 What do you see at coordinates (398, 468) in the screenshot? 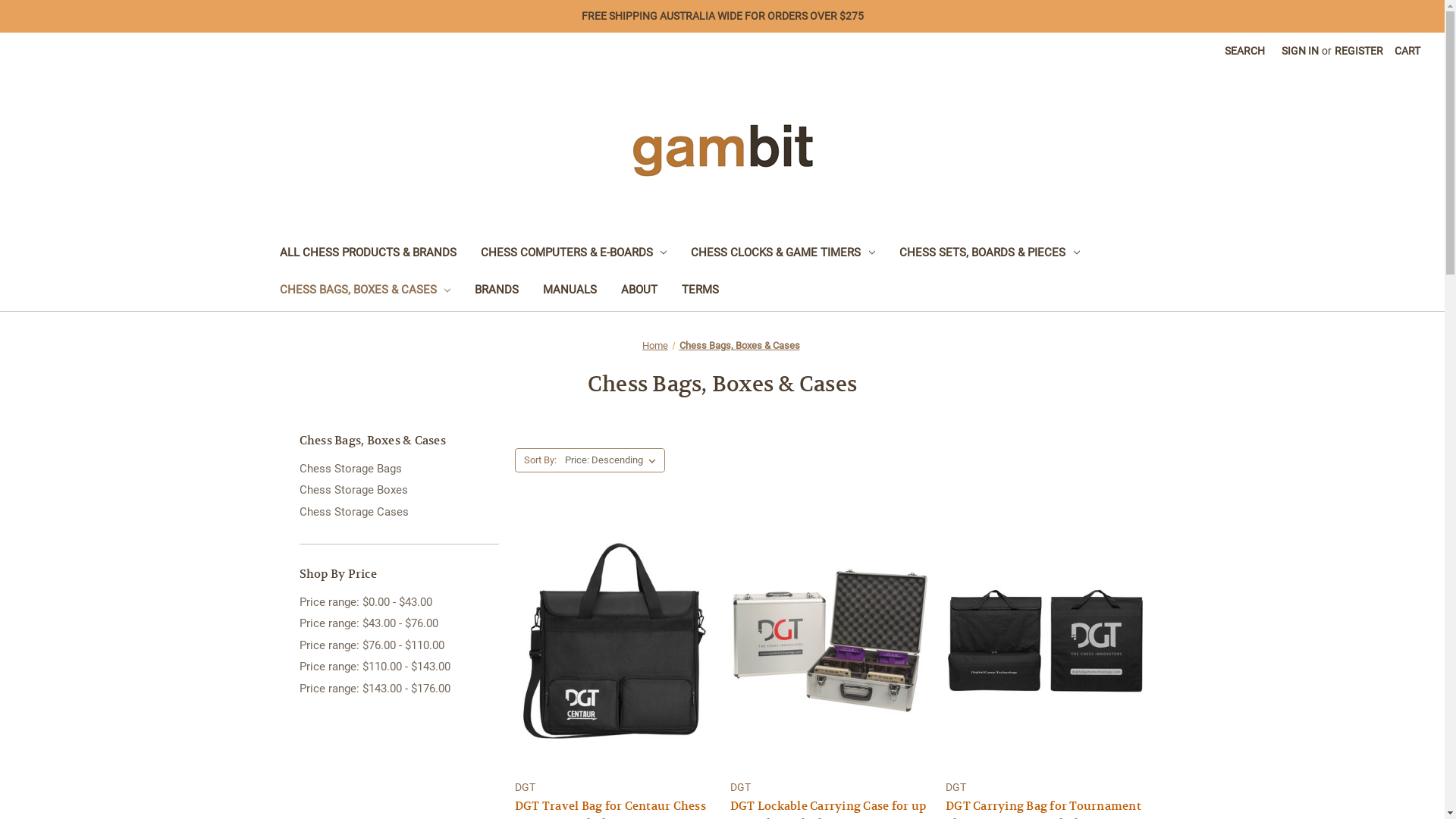
I see `'Chess Storage Bags'` at bounding box center [398, 468].